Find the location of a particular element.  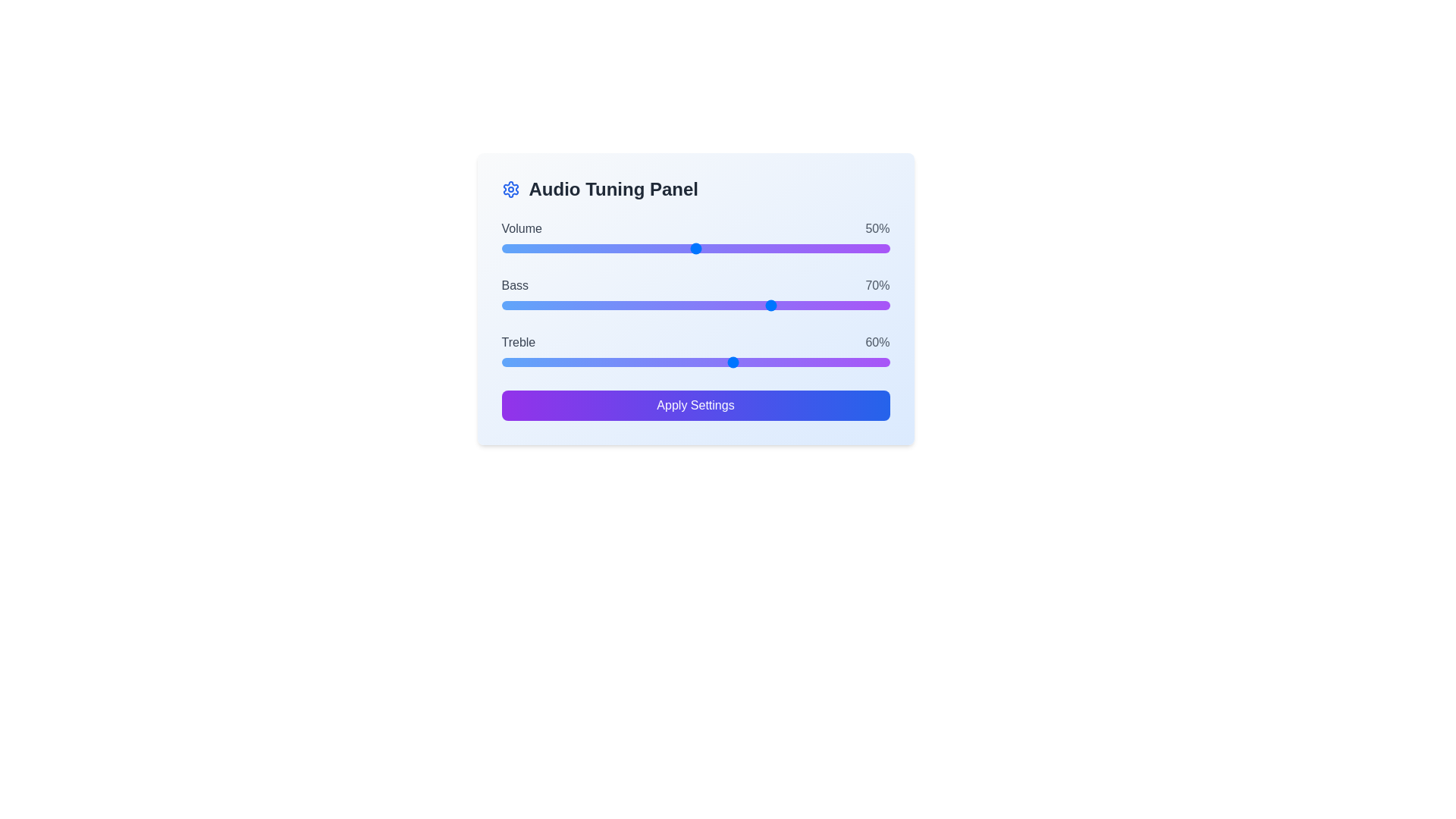

the Label displaying 'Treble' with a numeric value of '60%' located in the 'Audio Tuning Panel', positioned under the 'Bass' slider and above the 'Treble' slider is located at coordinates (695, 342).